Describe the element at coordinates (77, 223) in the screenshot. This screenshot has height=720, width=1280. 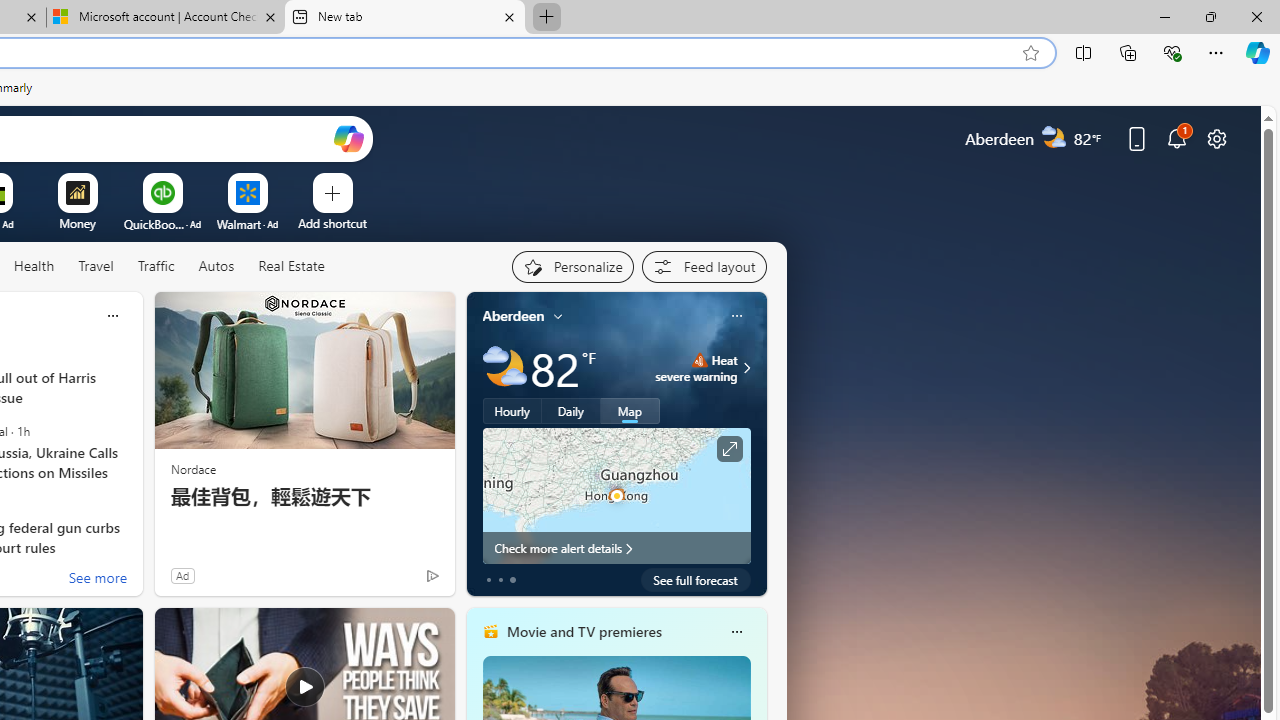
I see `'Money'` at that location.